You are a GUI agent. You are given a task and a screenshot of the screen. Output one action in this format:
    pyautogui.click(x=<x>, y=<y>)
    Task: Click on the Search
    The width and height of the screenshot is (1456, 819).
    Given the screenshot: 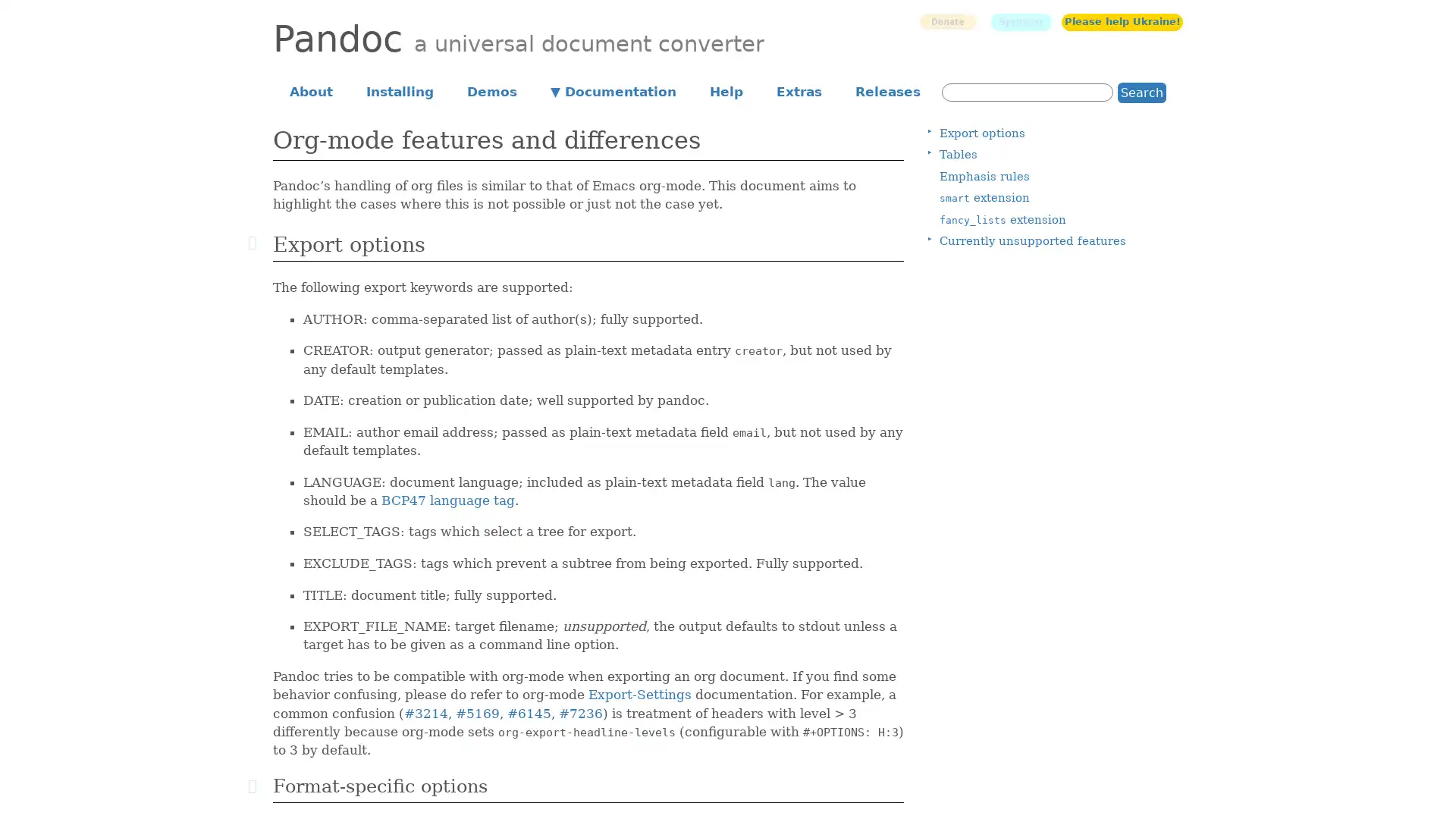 What is the action you would take?
    pyautogui.click(x=1142, y=92)
    